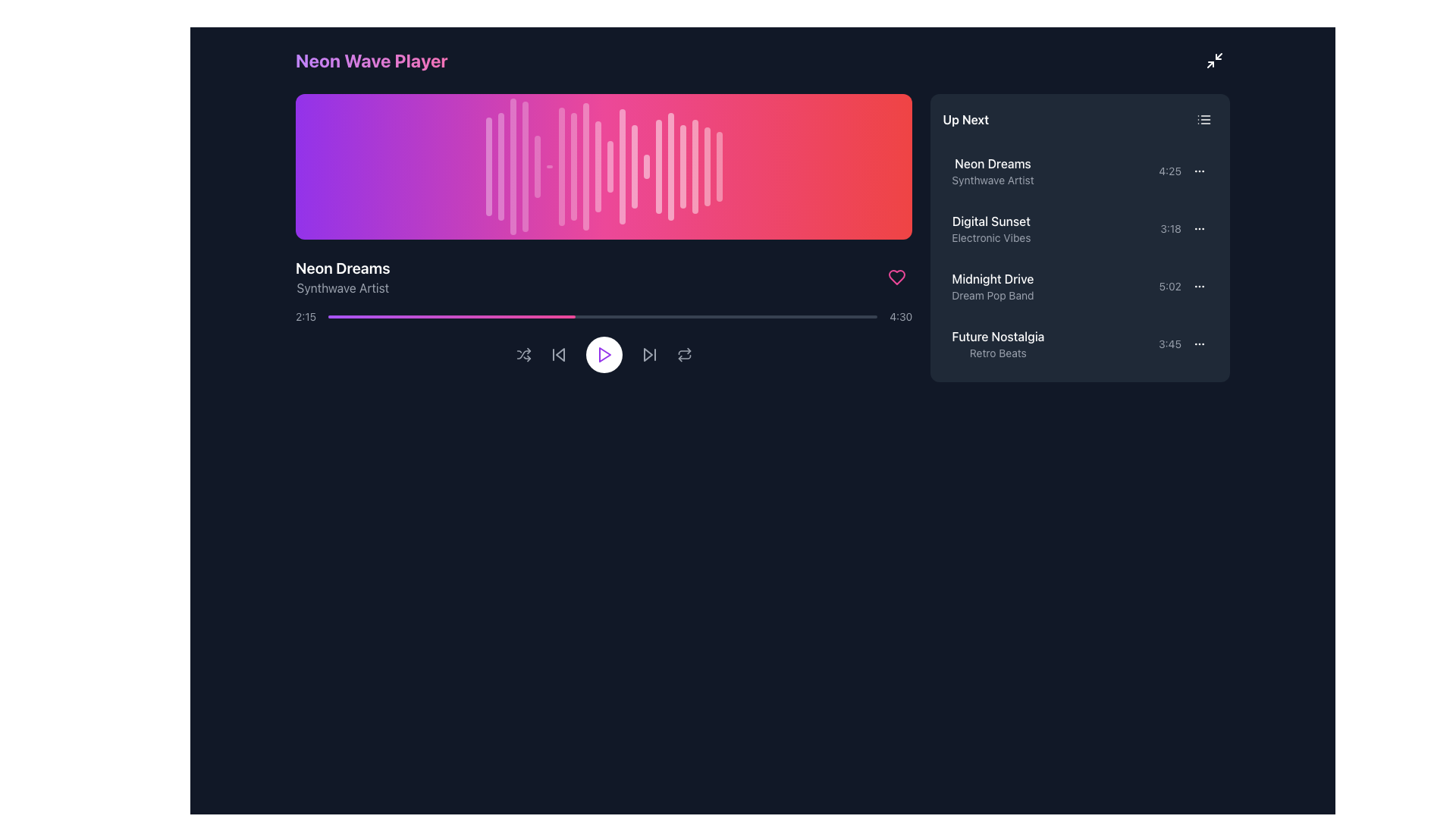 Image resolution: width=1456 pixels, height=819 pixels. Describe the element at coordinates (993, 171) in the screenshot. I see `the text content displaying the song title 'Neon Dreams' by 'Synthwave Artist' in the 'Up Next' section of the right-side panel` at that location.